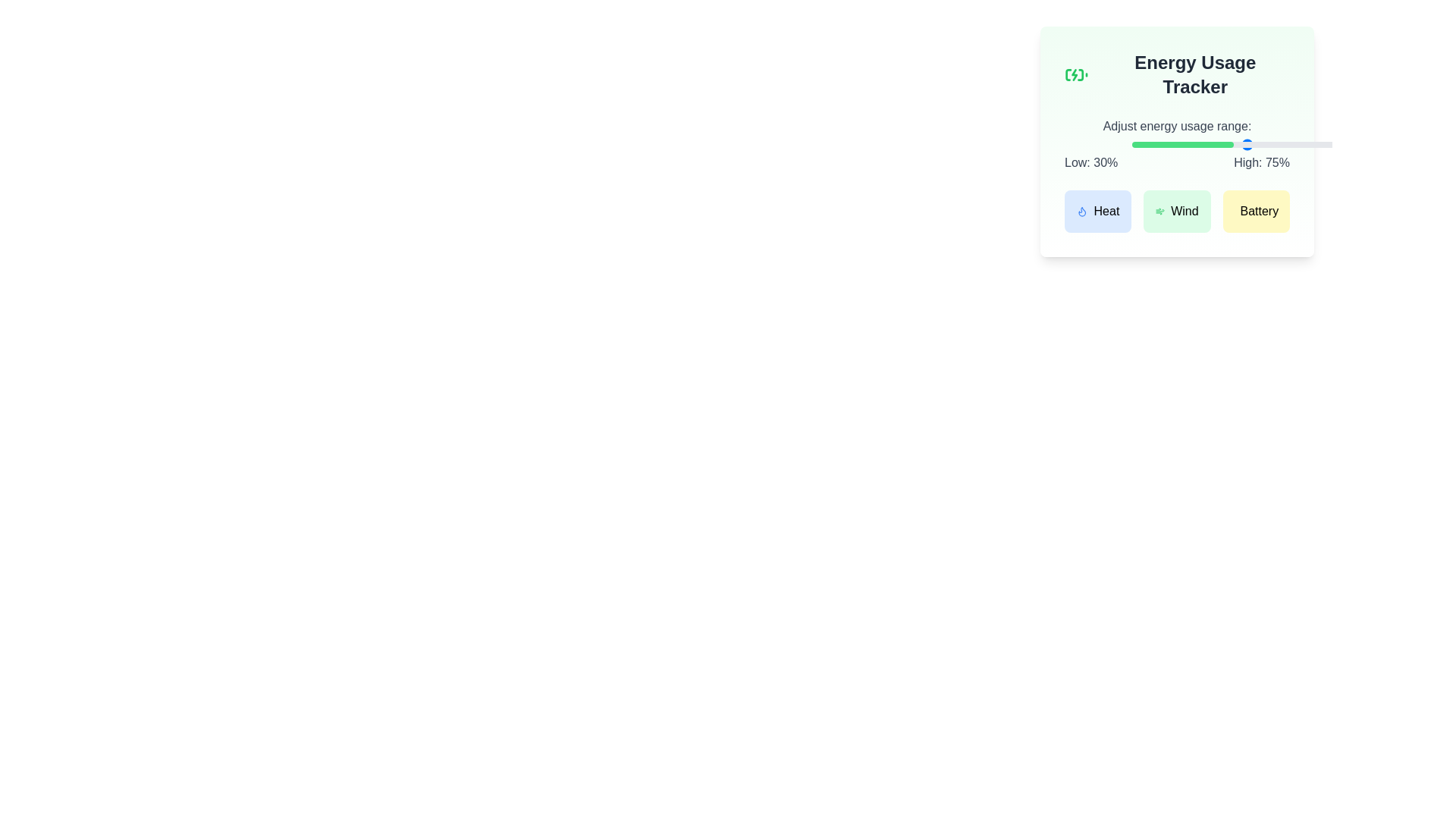 Image resolution: width=1456 pixels, height=819 pixels. What do you see at coordinates (1080, 75) in the screenshot?
I see `right segment of the battery charging SVG icon for development purposes` at bounding box center [1080, 75].